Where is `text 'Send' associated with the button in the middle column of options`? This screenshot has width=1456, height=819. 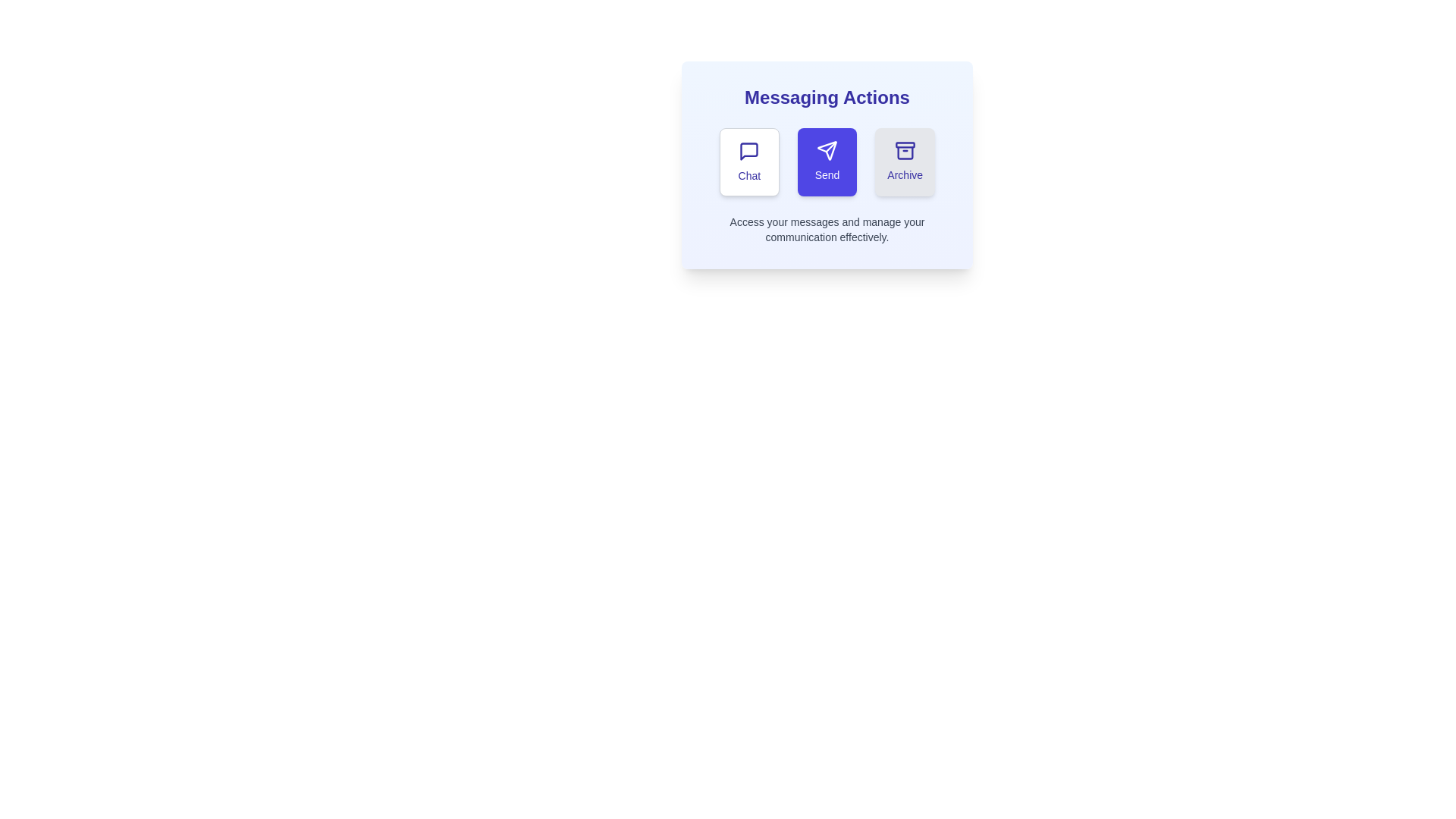
text 'Send' associated with the button in the middle column of options is located at coordinates (826, 174).